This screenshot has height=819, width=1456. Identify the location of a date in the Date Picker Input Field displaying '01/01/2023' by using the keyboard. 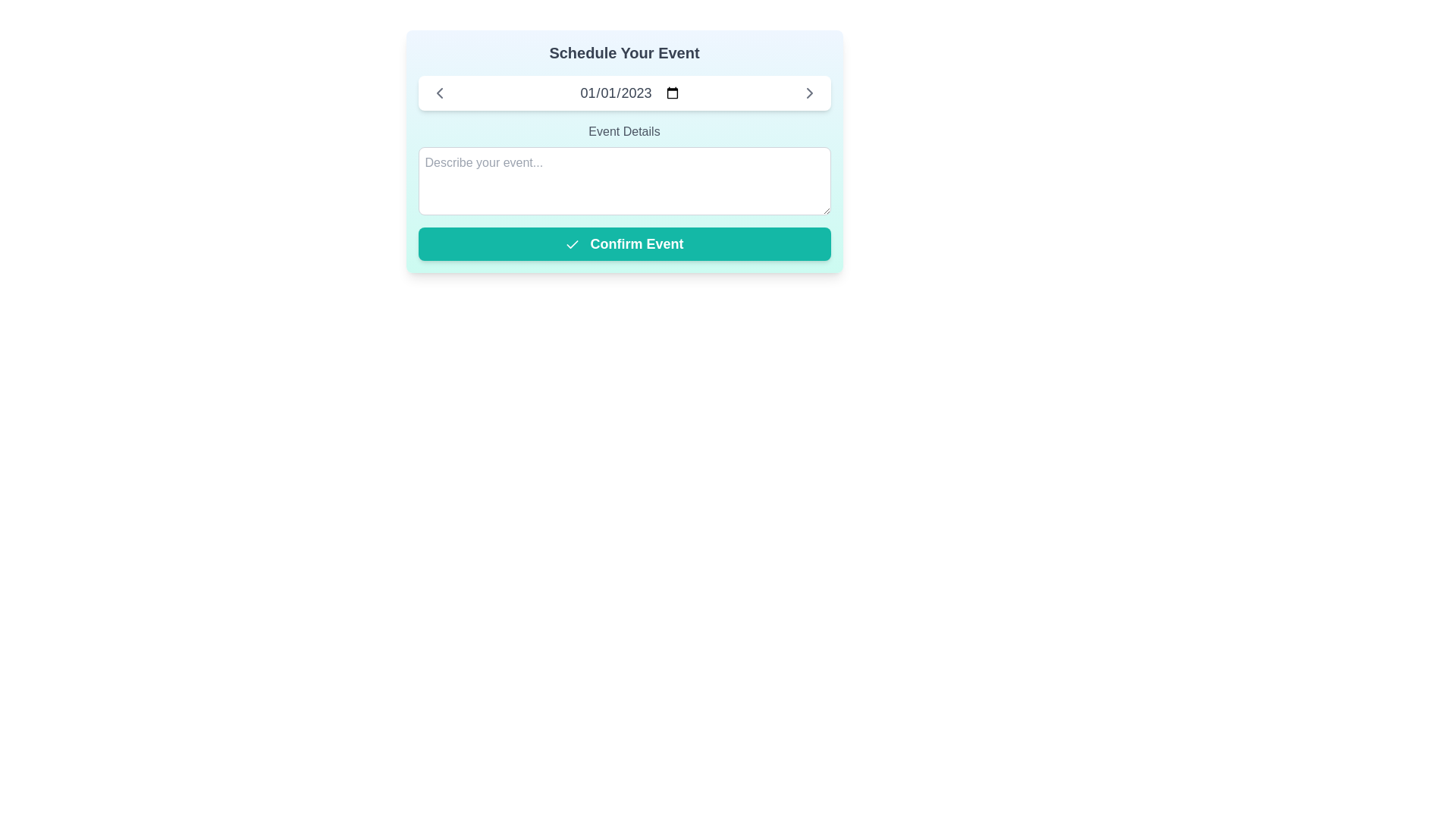
(624, 93).